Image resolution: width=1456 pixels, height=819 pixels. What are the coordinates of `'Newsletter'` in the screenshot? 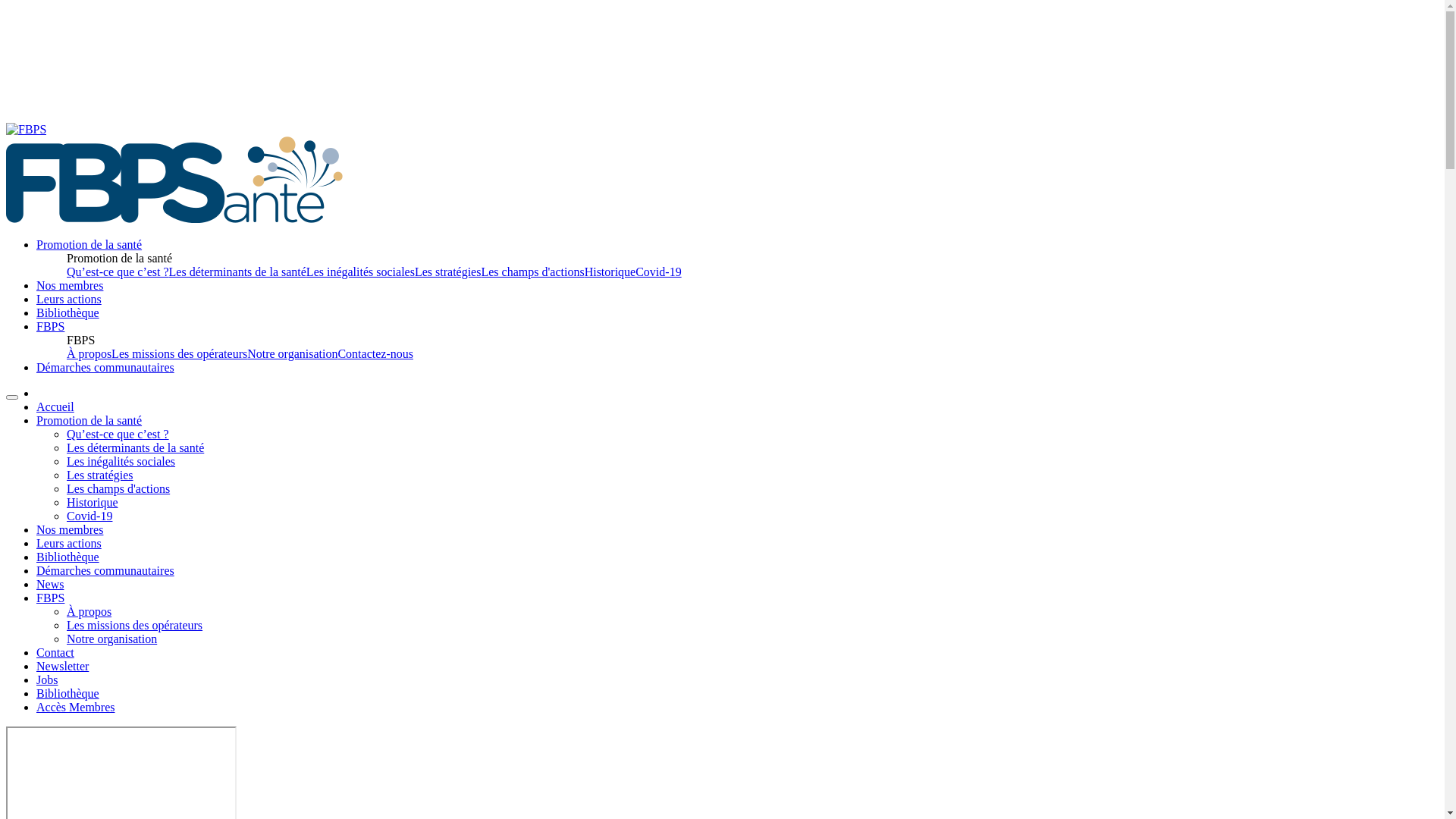 It's located at (61, 665).